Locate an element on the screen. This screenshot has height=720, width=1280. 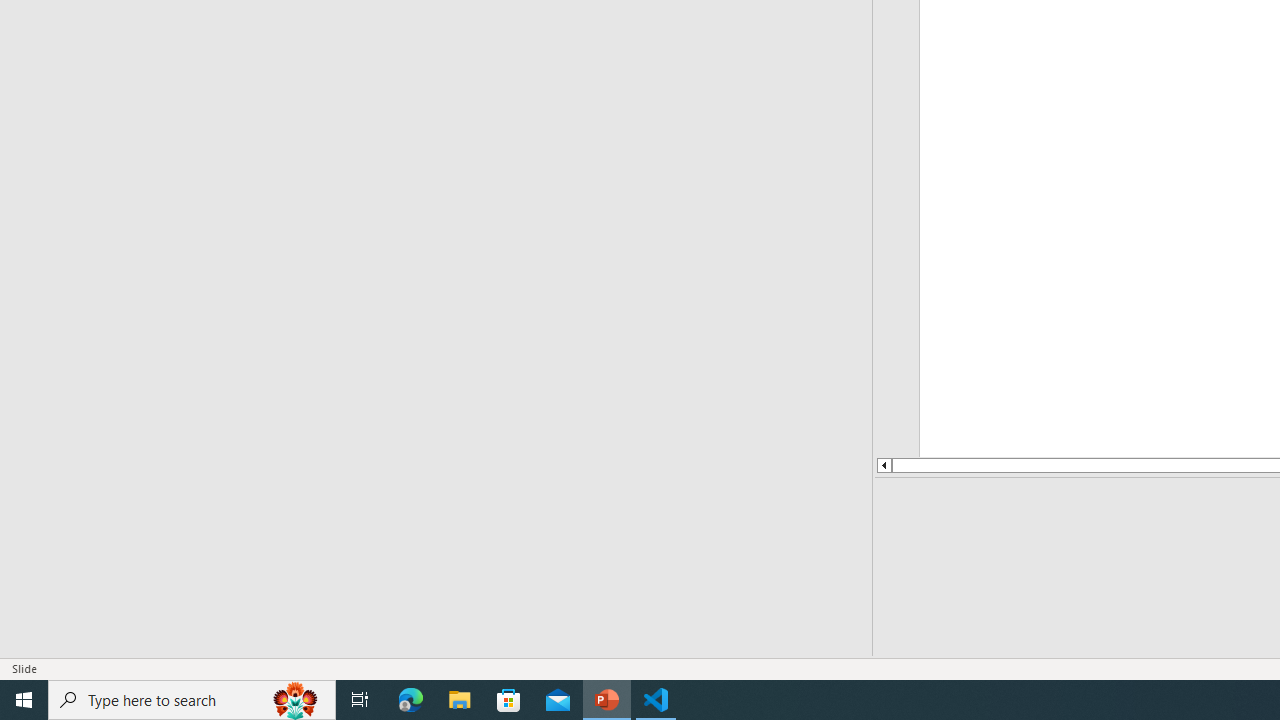
'Visual Studio Code - 1 running window' is located at coordinates (656, 698).